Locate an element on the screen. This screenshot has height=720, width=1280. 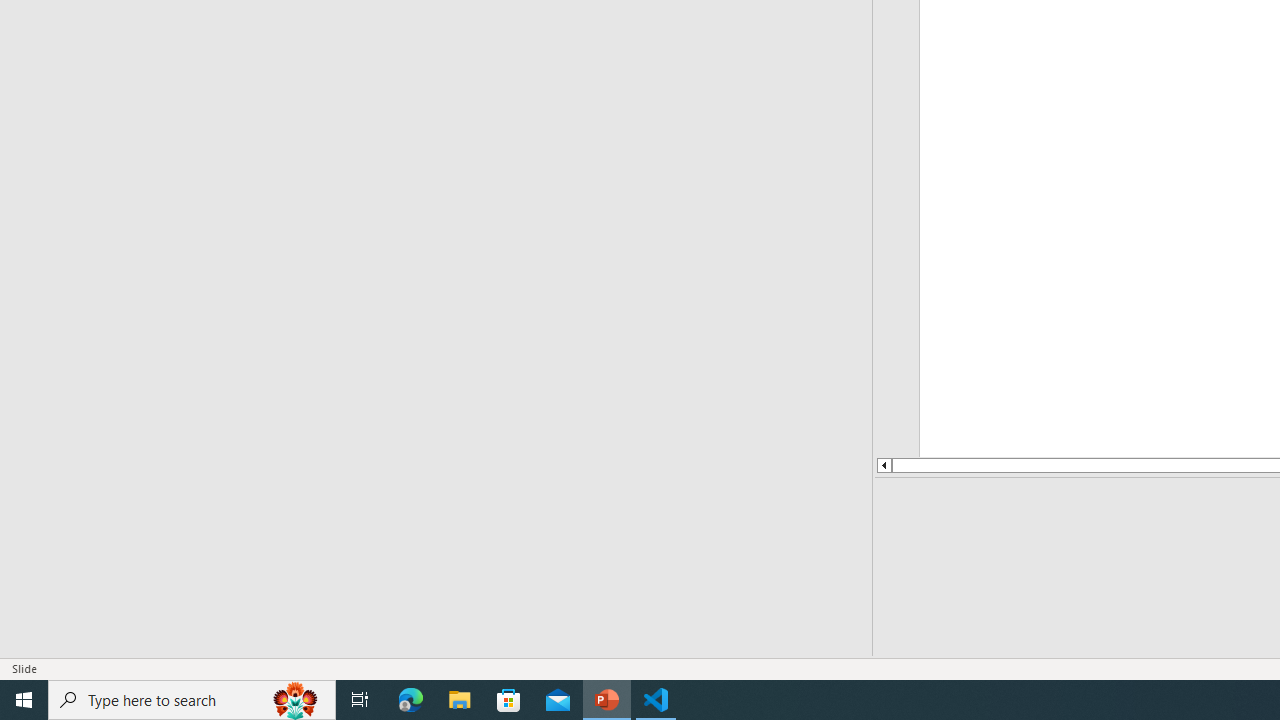
'Visual Studio Code - 1 running window' is located at coordinates (656, 698).